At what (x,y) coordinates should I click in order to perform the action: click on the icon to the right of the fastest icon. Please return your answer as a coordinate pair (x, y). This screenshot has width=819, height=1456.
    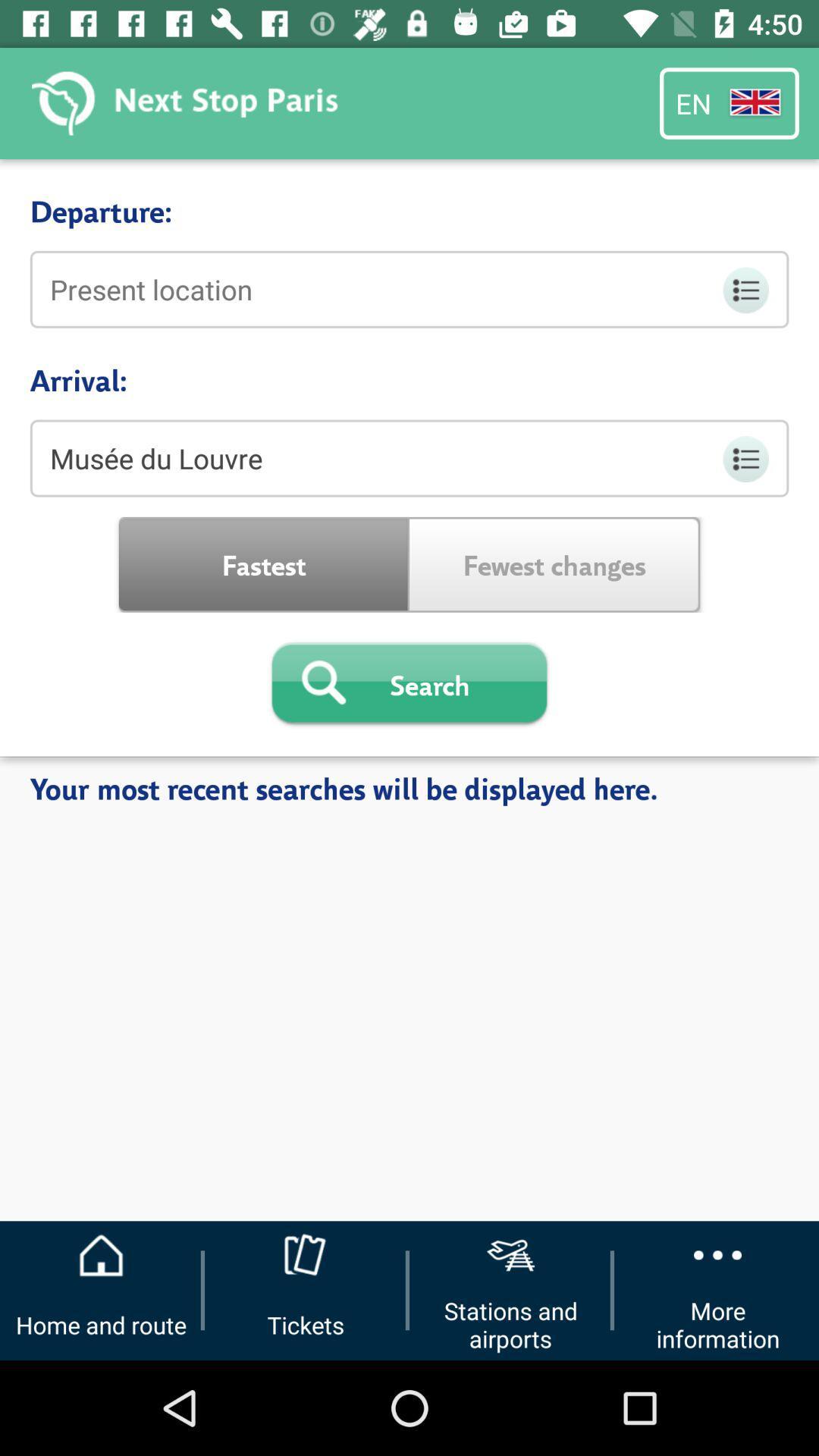
    Looking at the image, I should click on (554, 563).